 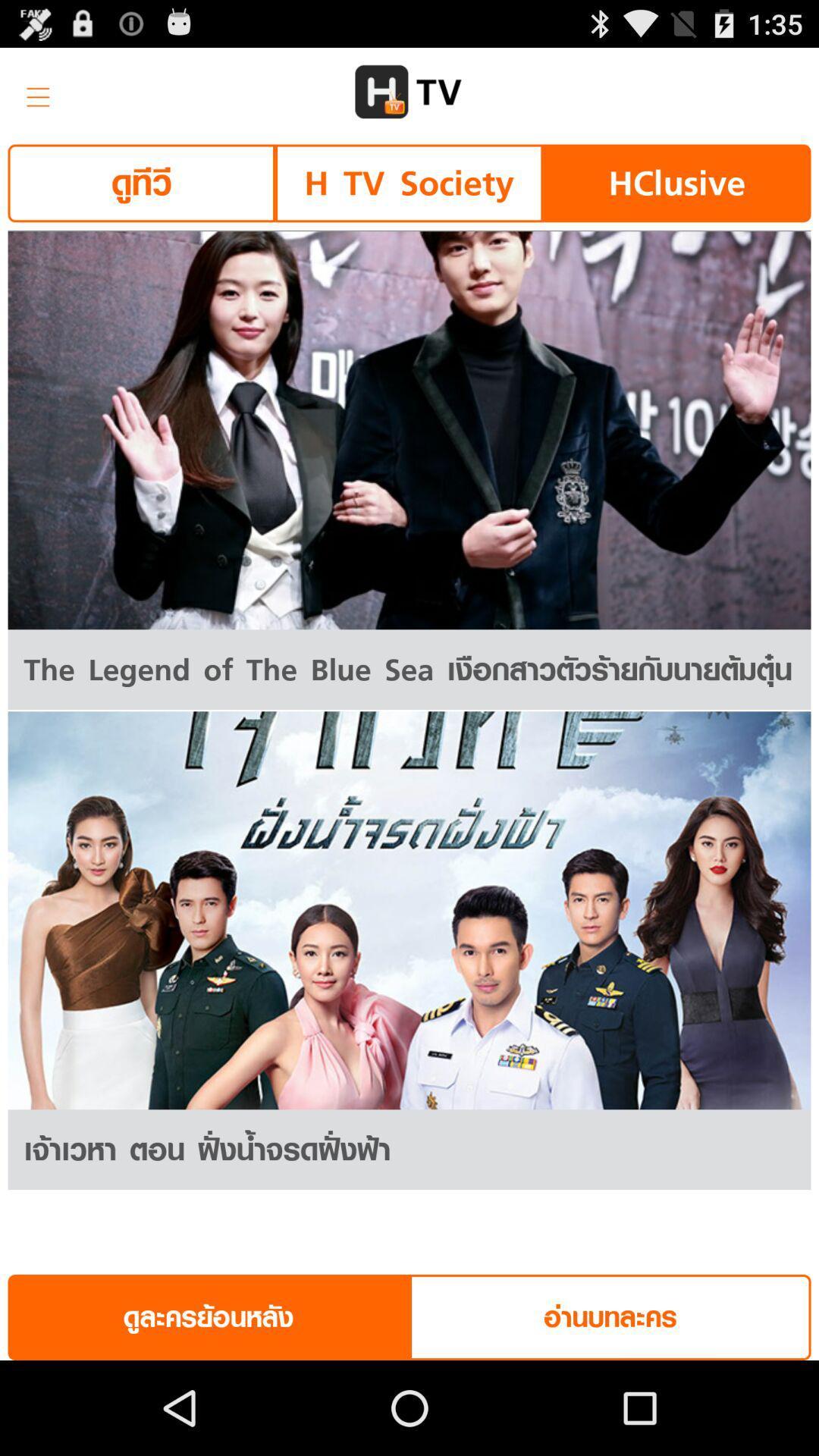 I want to click on the menu icon, so click(x=33, y=97).